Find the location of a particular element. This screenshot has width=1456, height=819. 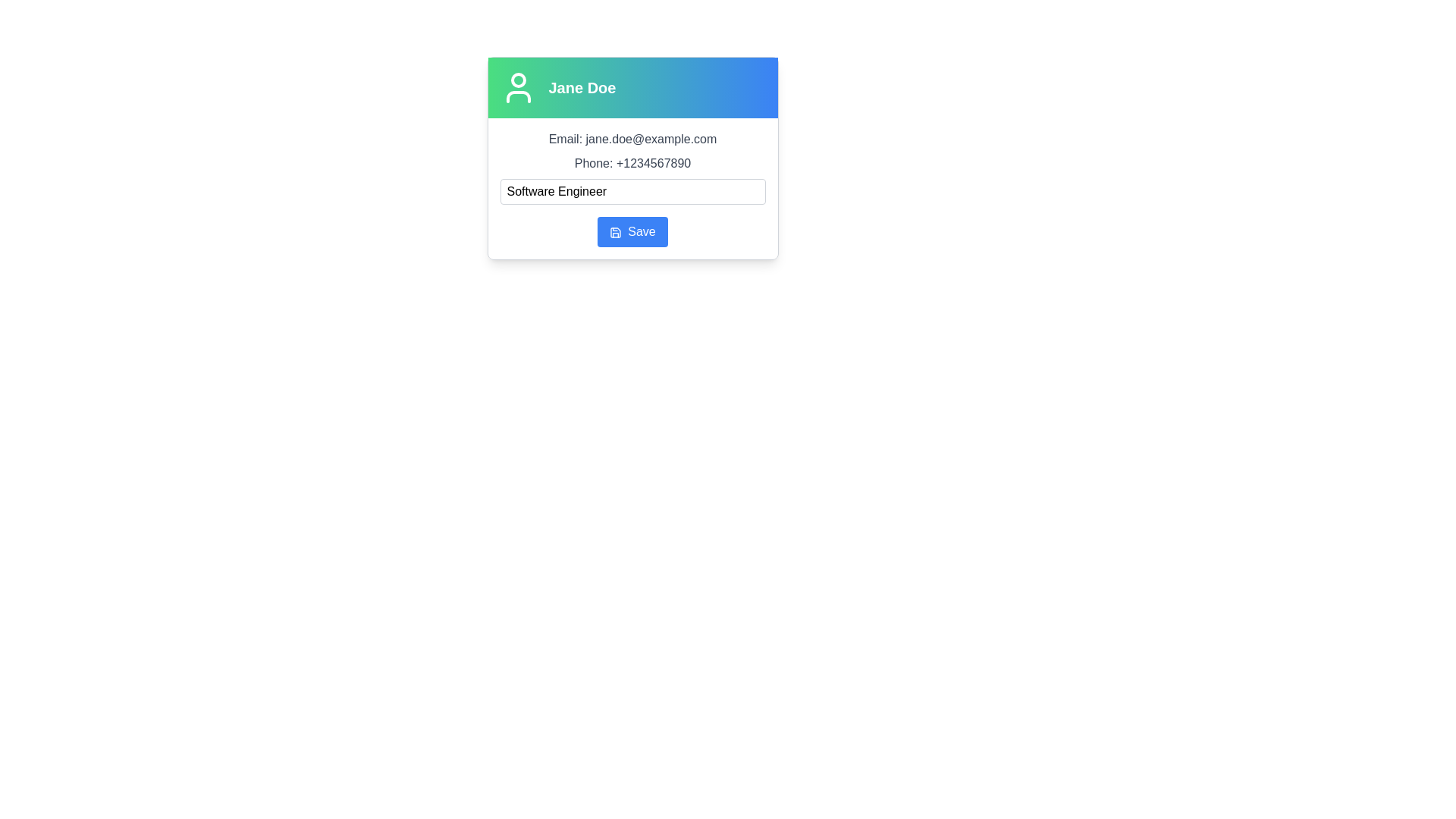

the outer border of the save icon, which is a hollow rectangular outline with rounded corners is located at coordinates (616, 232).